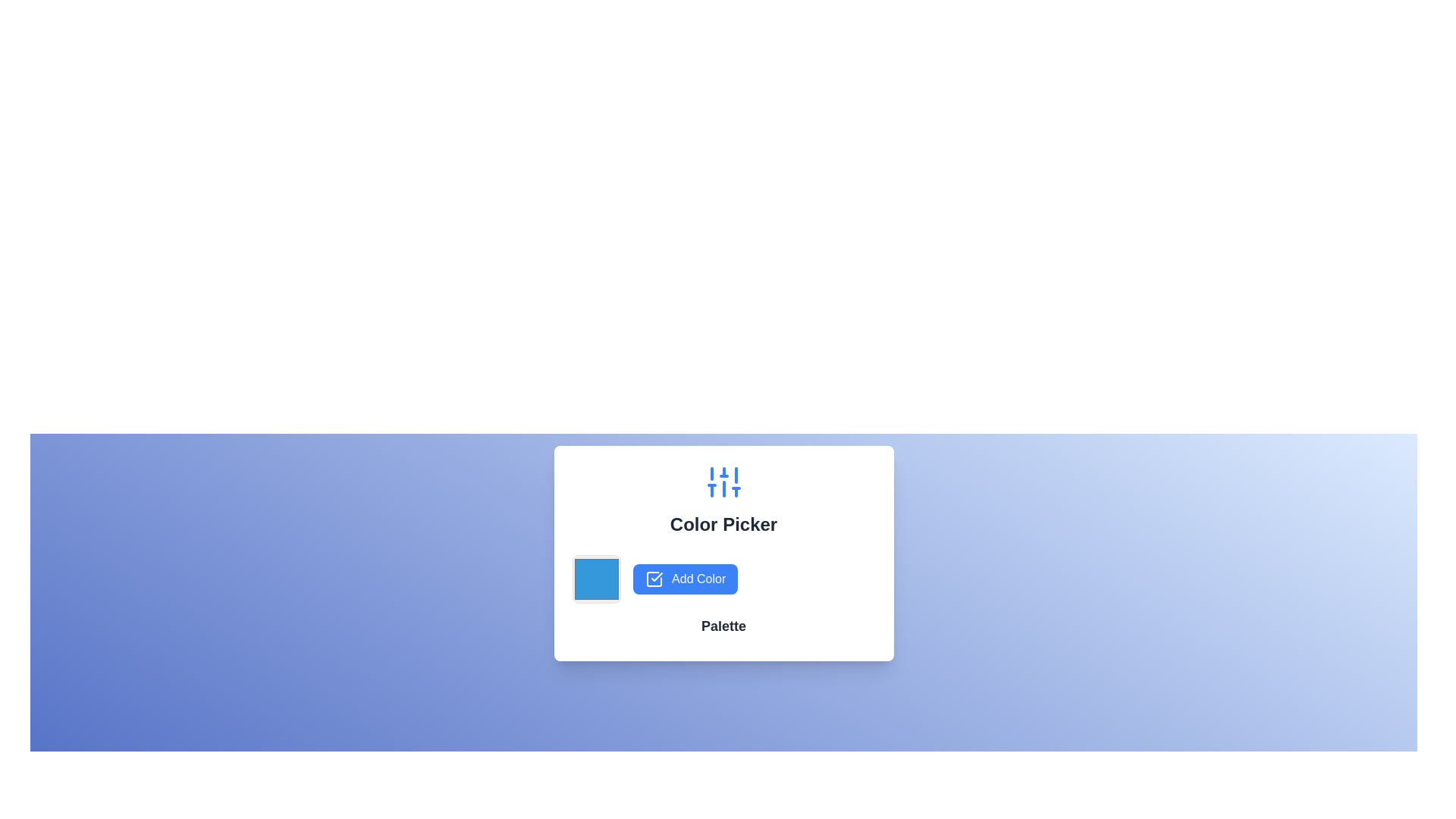 This screenshot has width=1456, height=819. I want to click on the 'Color Picker' text label, which is bold, large, and centrally located above the 'Add Color' button, so click(723, 523).